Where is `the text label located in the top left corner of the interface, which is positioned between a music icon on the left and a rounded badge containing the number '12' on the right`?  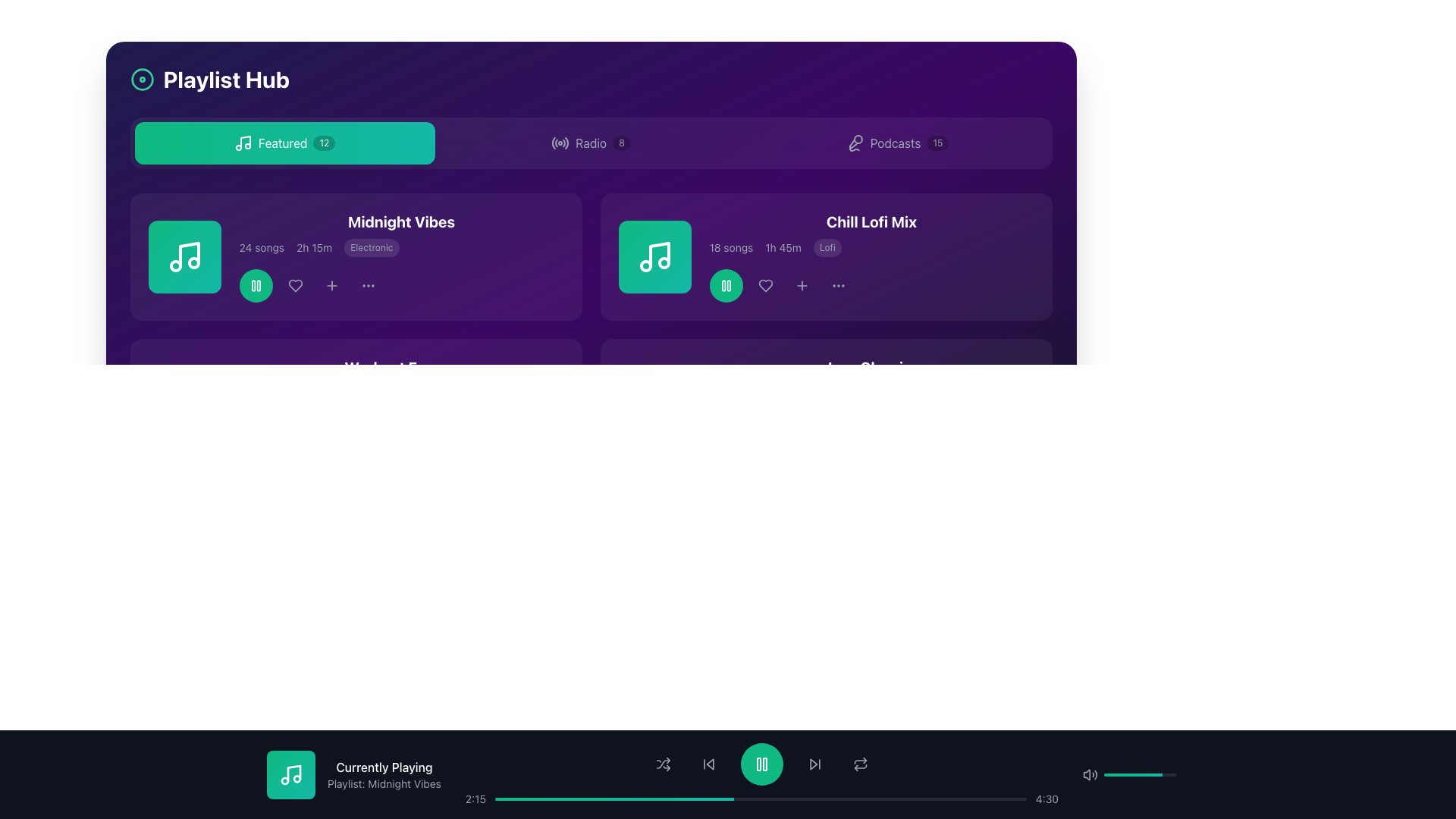
the text label located in the top left corner of the interface, which is positioned between a music icon on the left and a rounded badge containing the number '12' on the right is located at coordinates (283, 143).